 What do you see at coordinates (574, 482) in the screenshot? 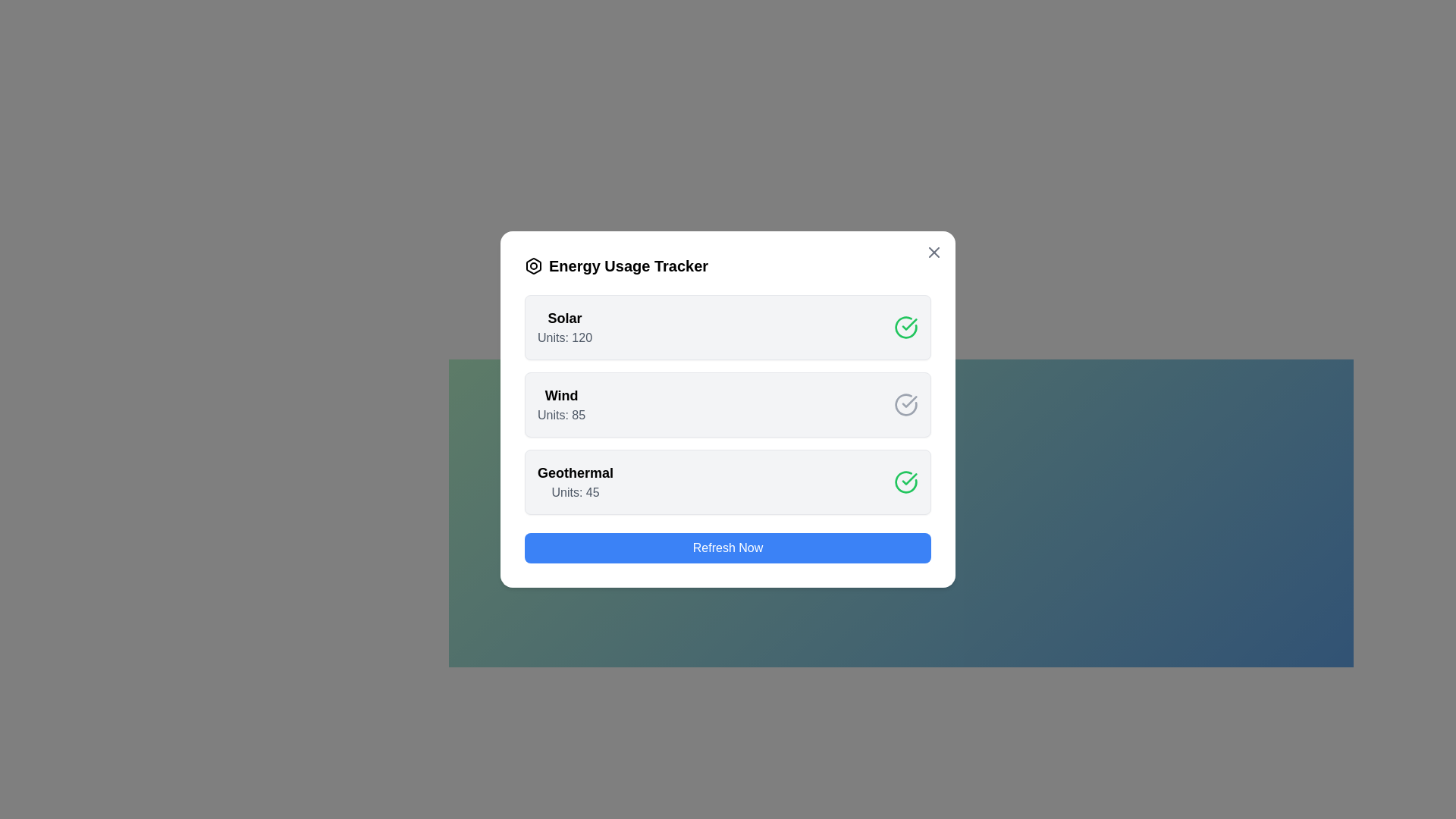
I see `displayed information from the Text display showing geothermal energy usage, which is the third item in the vertical list below 'Solar Units: 120' and 'Wind Units: 85'` at bounding box center [574, 482].